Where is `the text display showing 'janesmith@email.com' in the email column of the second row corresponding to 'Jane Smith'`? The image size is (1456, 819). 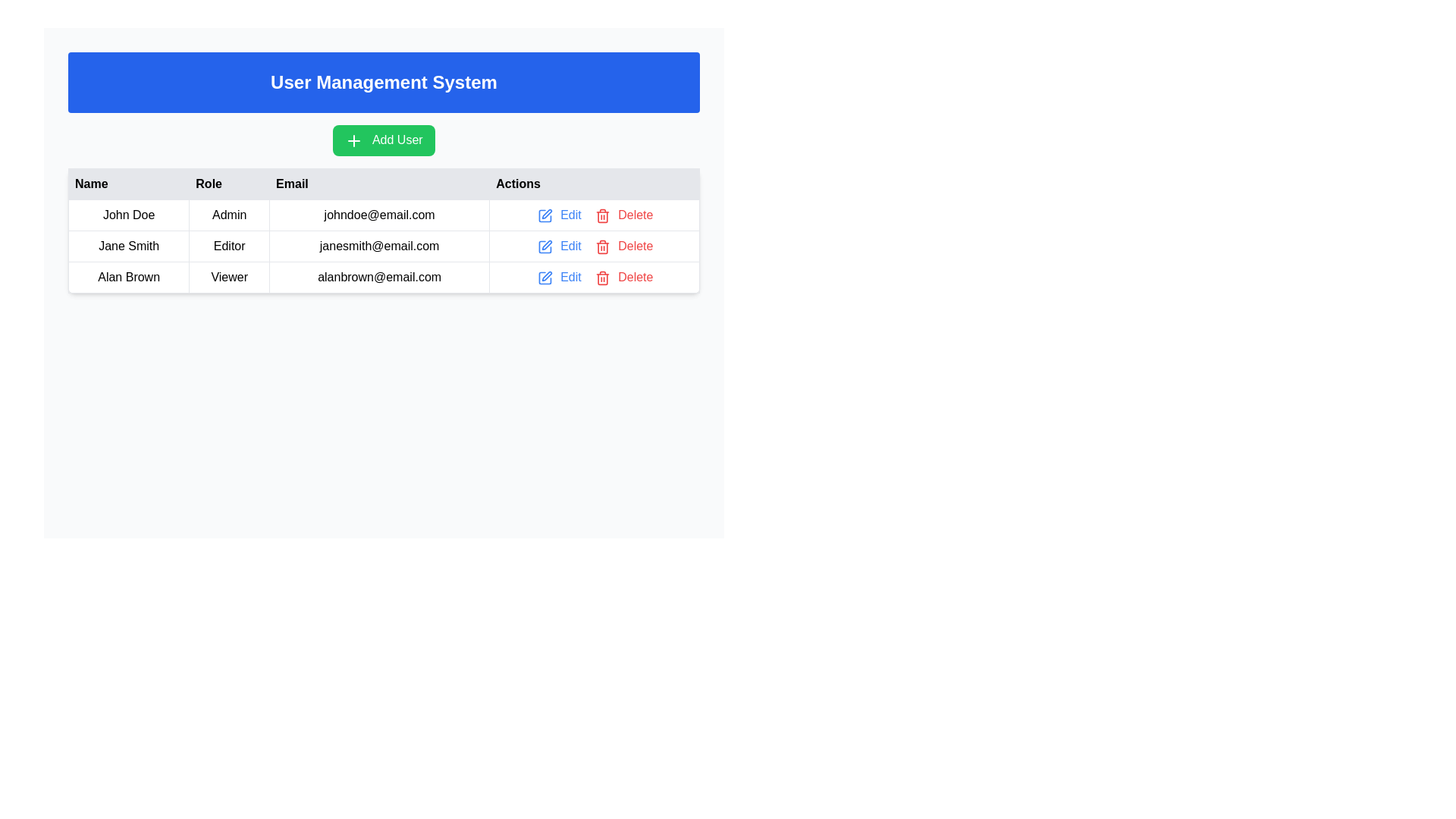 the text display showing 'janesmith@email.com' in the email column of the second row corresponding to 'Jane Smith' is located at coordinates (379, 245).